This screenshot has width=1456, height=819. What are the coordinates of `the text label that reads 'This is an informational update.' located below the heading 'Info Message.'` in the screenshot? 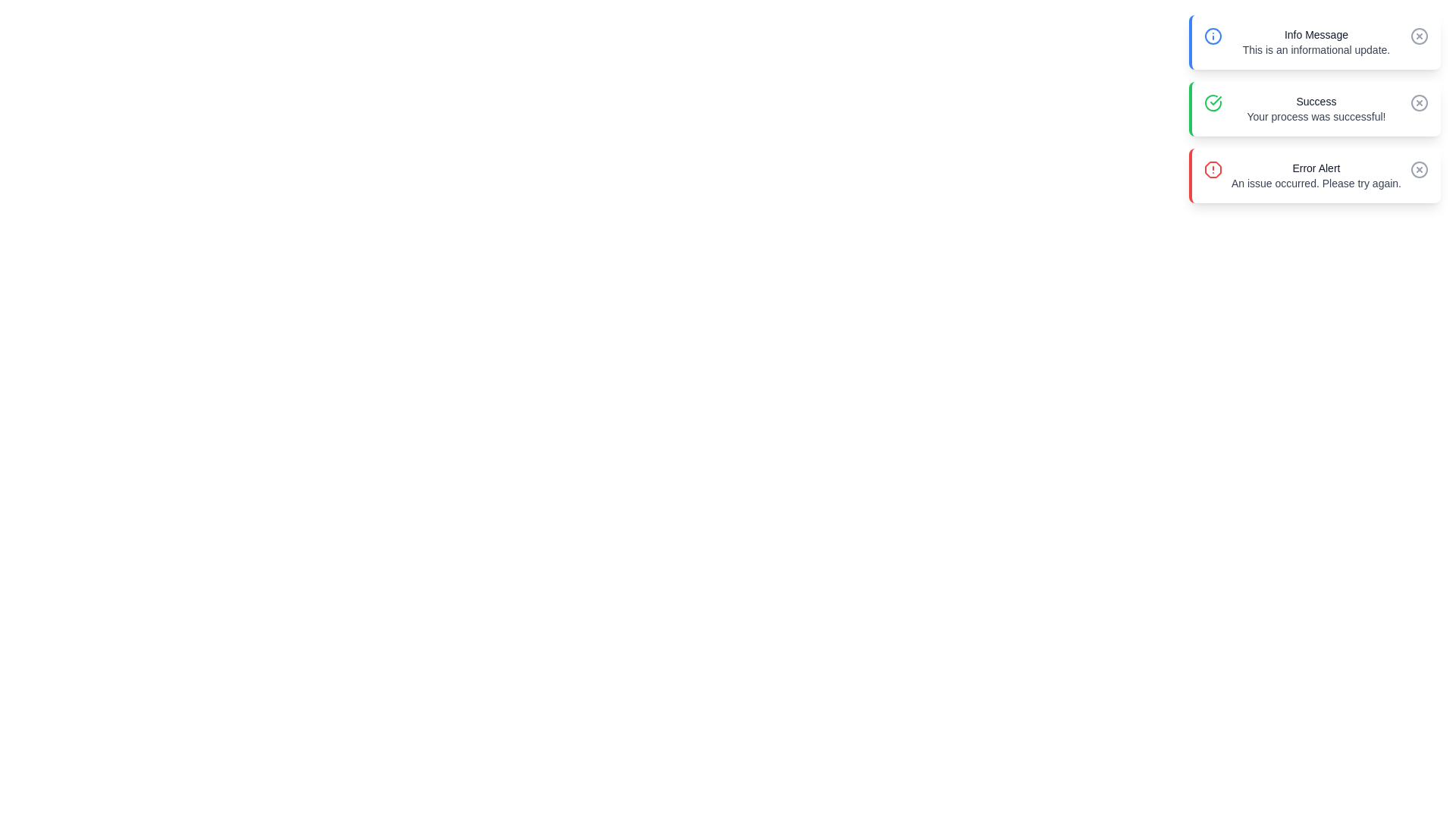 It's located at (1315, 49).